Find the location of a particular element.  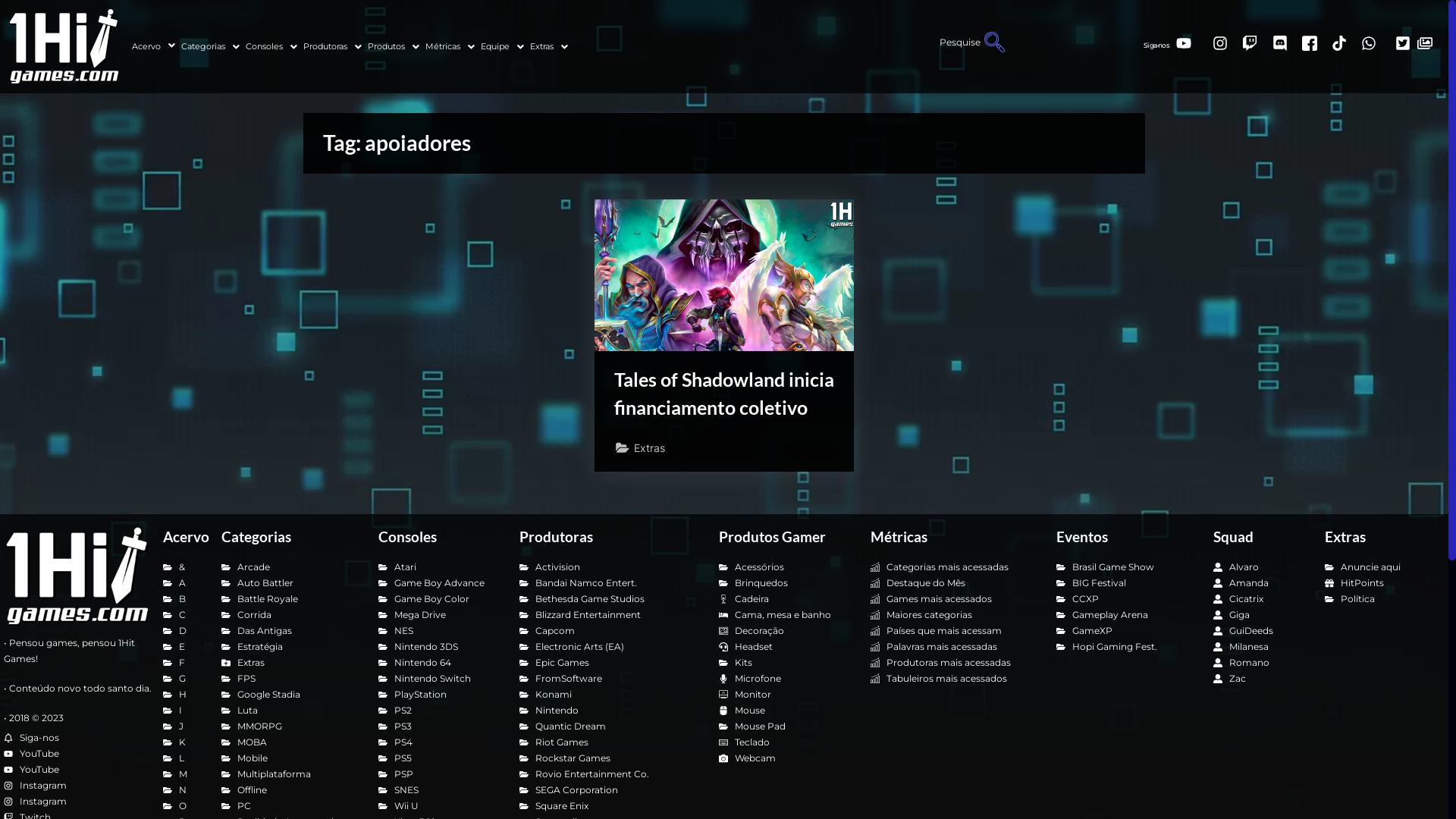

'Nintendo' is located at coordinates (611, 710).